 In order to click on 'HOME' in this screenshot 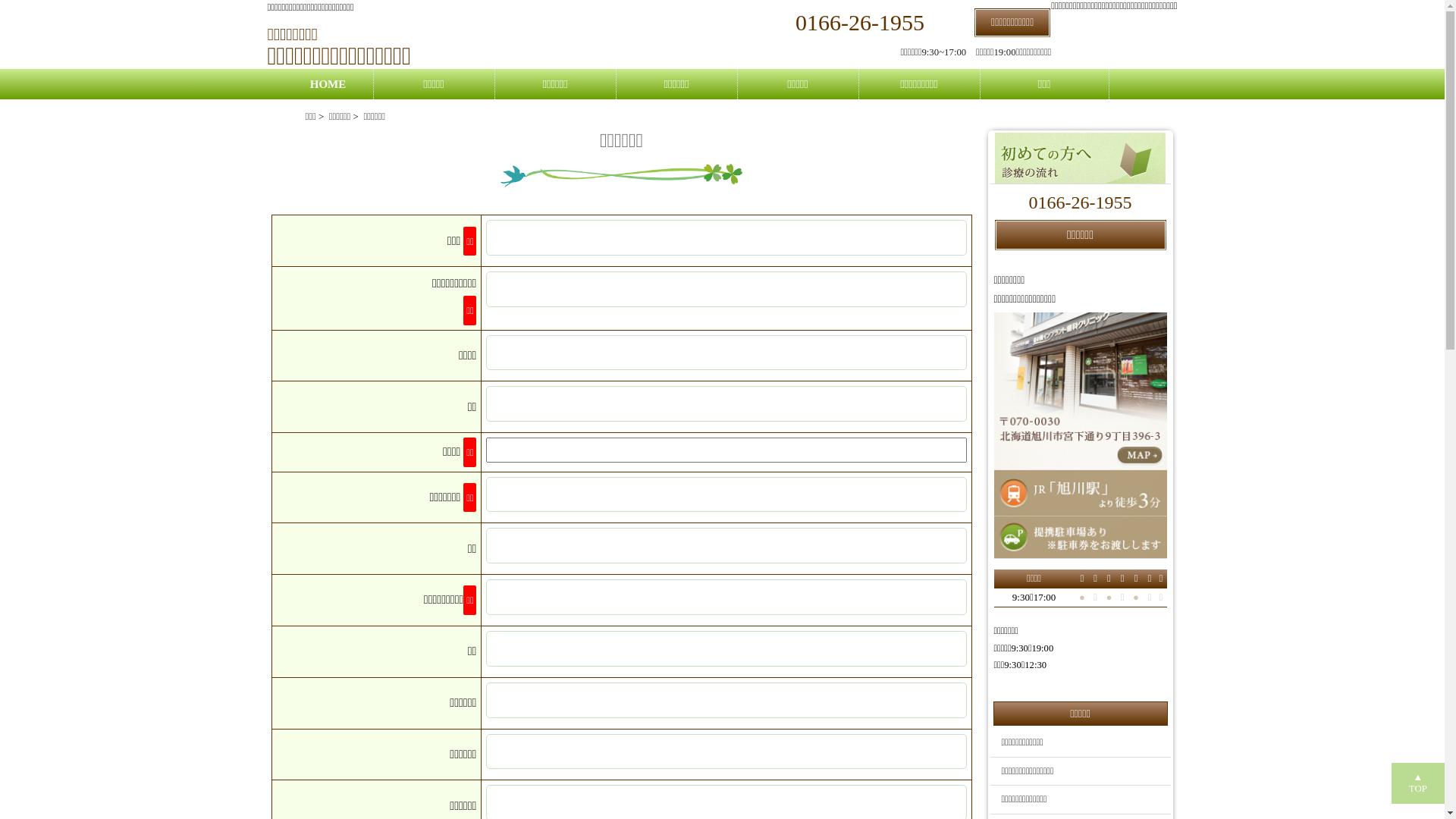, I will do `click(327, 84)`.